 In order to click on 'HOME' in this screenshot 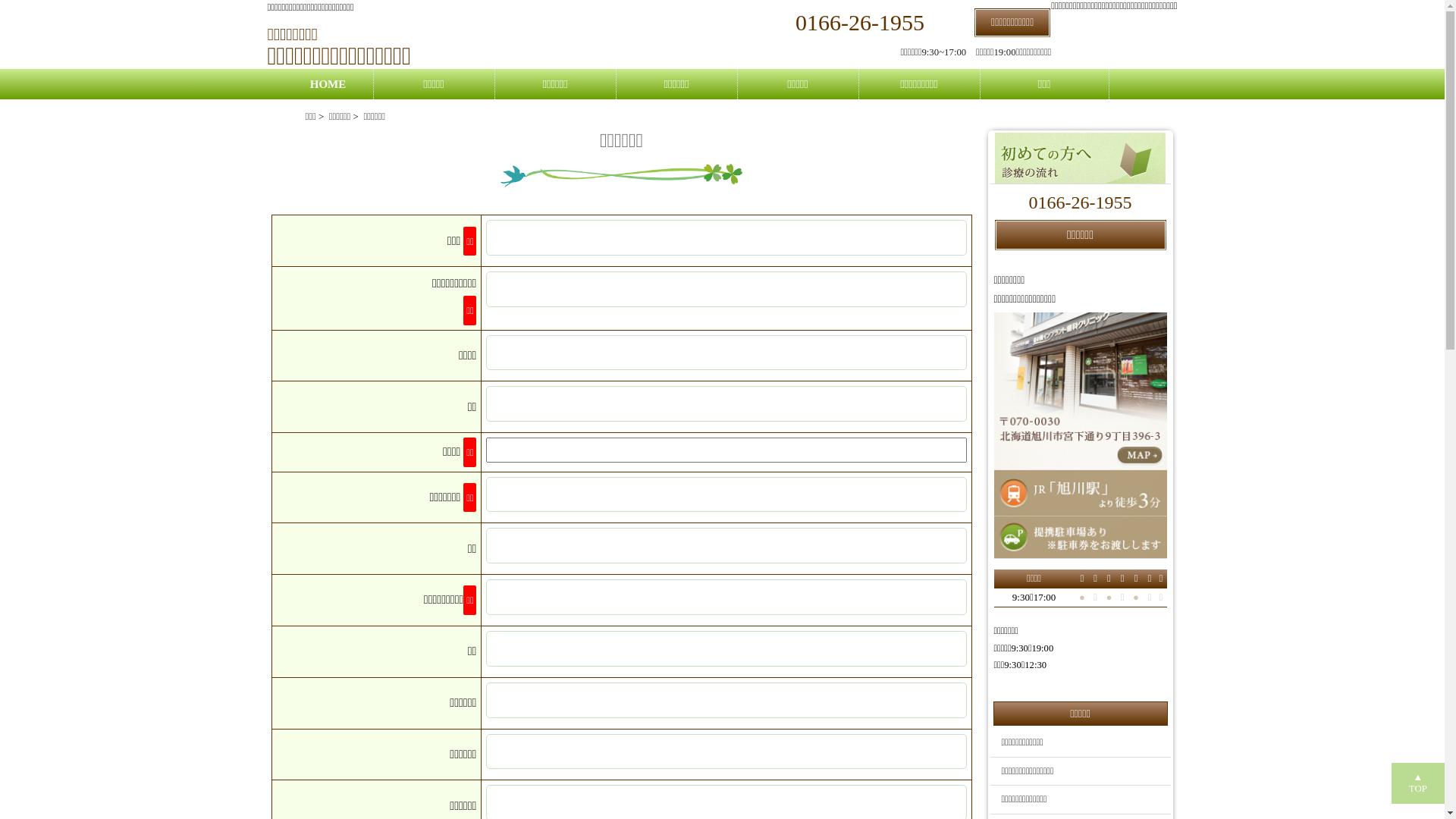, I will do `click(327, 84)`.